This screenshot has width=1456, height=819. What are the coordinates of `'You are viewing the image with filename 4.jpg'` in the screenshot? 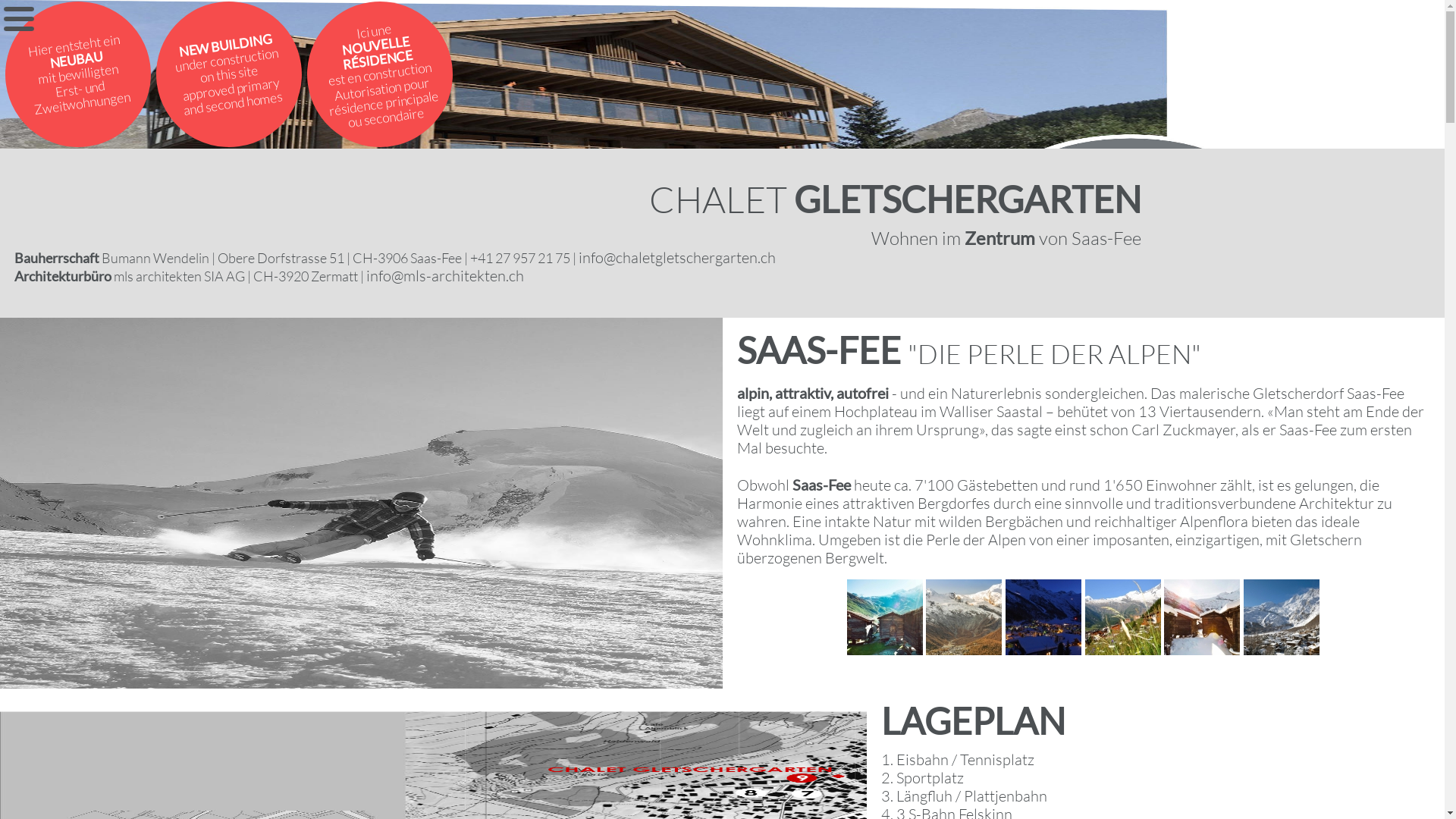 It's located at (1123, 617).